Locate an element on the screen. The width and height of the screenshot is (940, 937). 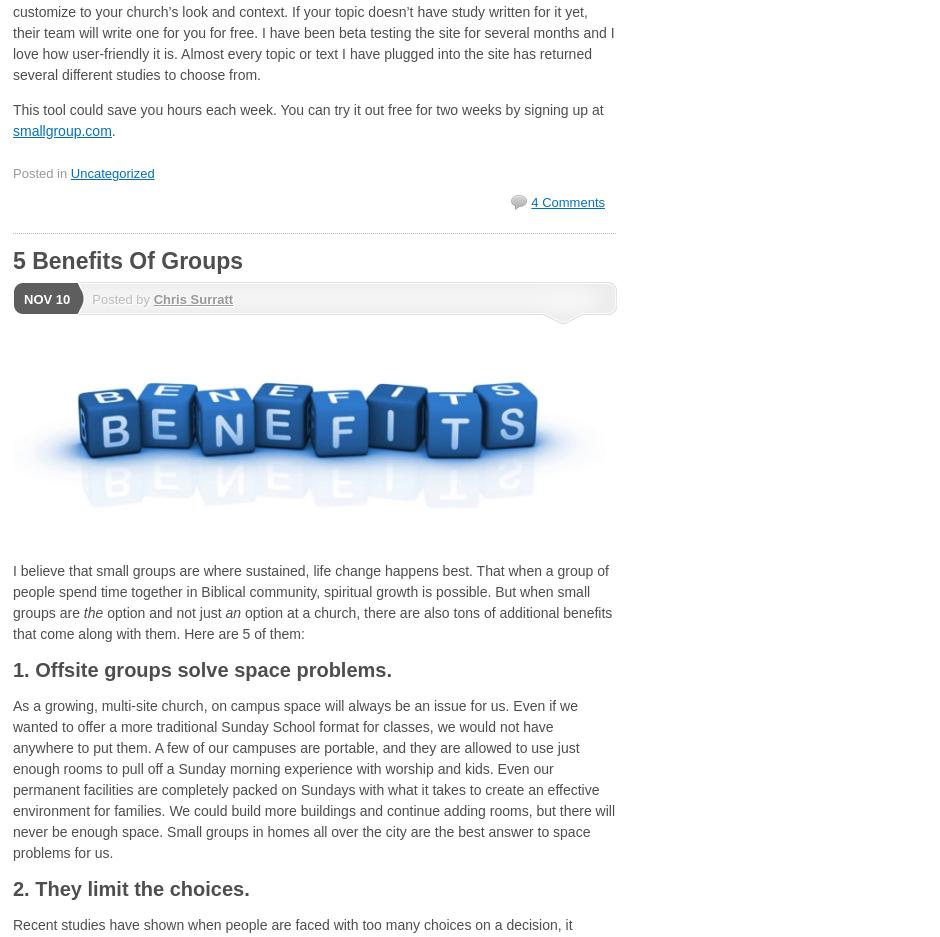
'smallgroup.com' is located at coordinates (61, 130).